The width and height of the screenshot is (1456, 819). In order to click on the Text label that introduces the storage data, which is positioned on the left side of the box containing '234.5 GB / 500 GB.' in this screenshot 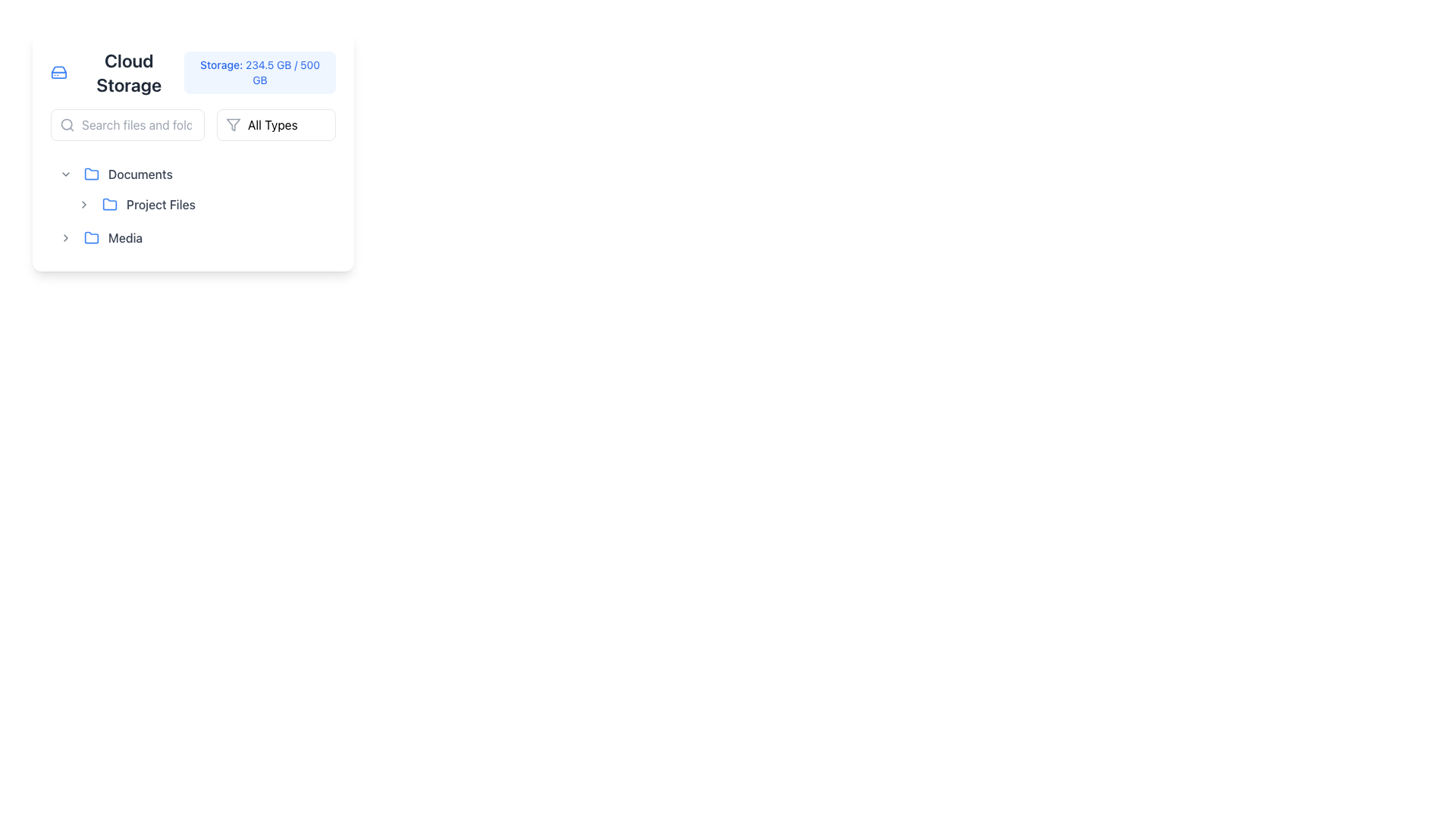, I will do `click(221, 64)`.